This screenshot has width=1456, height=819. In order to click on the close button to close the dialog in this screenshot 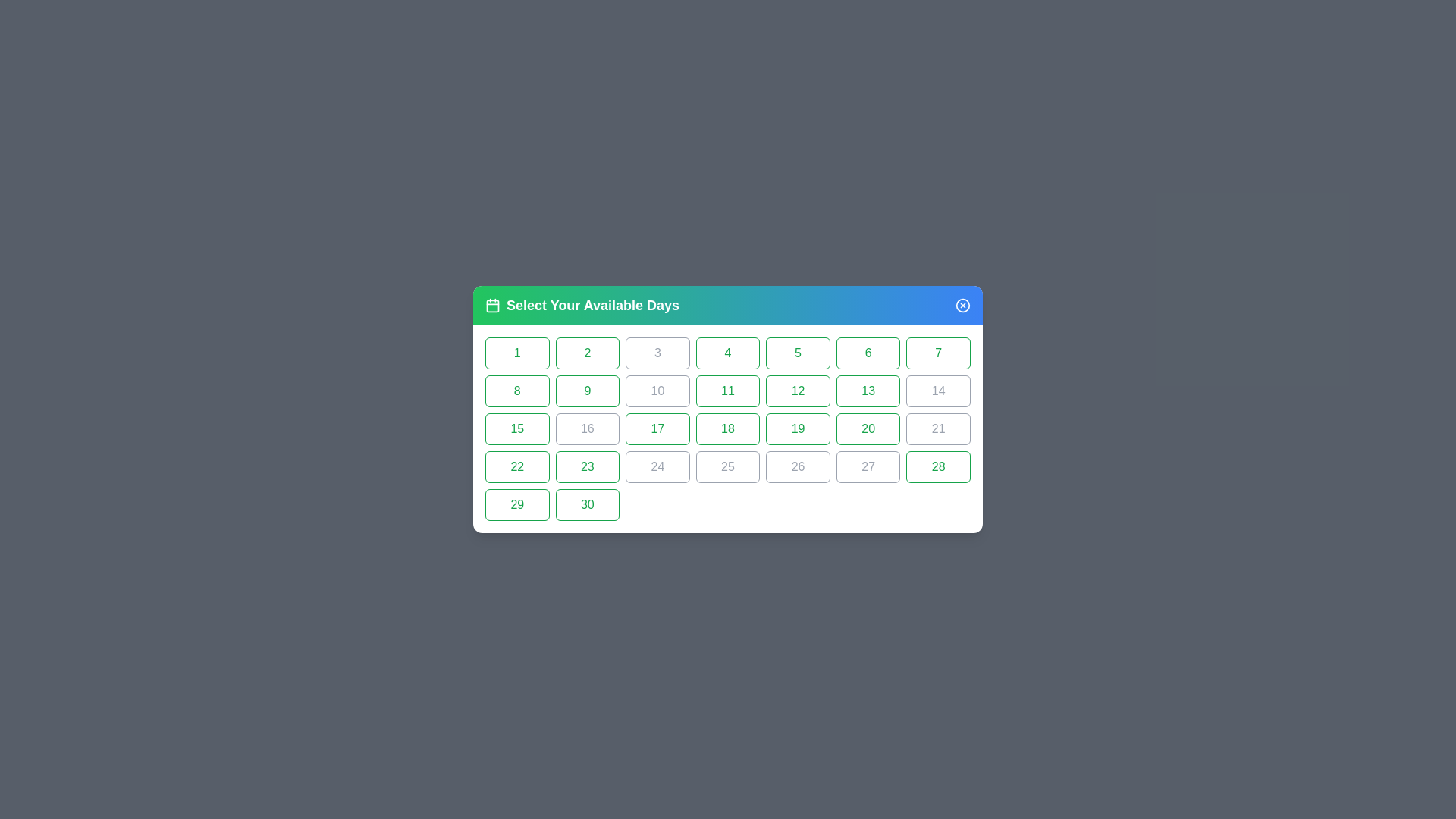, I will do `click(962, 305)`.